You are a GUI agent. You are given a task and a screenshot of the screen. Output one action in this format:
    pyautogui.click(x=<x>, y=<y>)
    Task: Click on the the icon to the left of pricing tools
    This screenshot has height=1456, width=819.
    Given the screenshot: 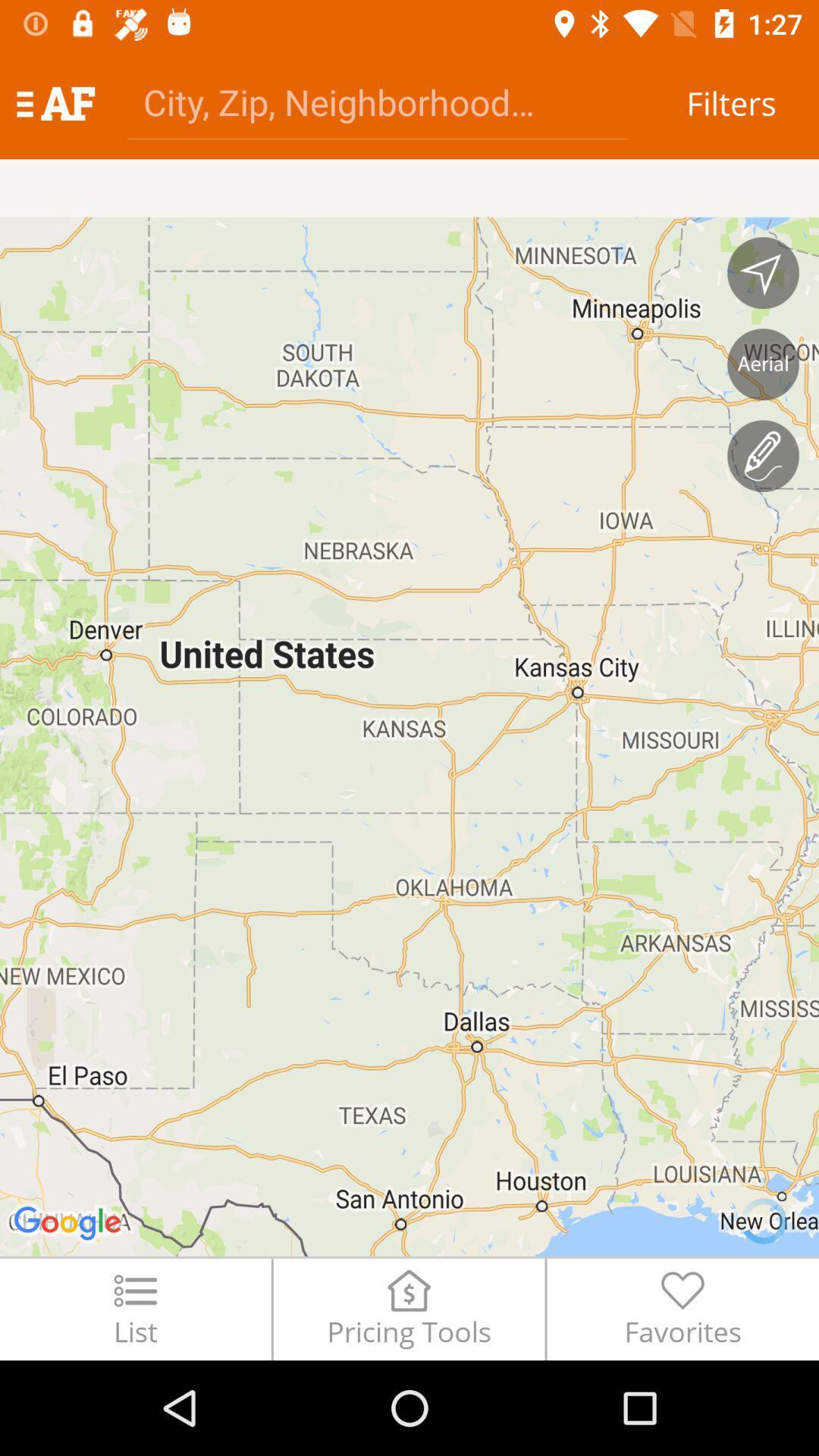 What is the action you would take?
    pyautogui.click(x=134, y=1308)
    